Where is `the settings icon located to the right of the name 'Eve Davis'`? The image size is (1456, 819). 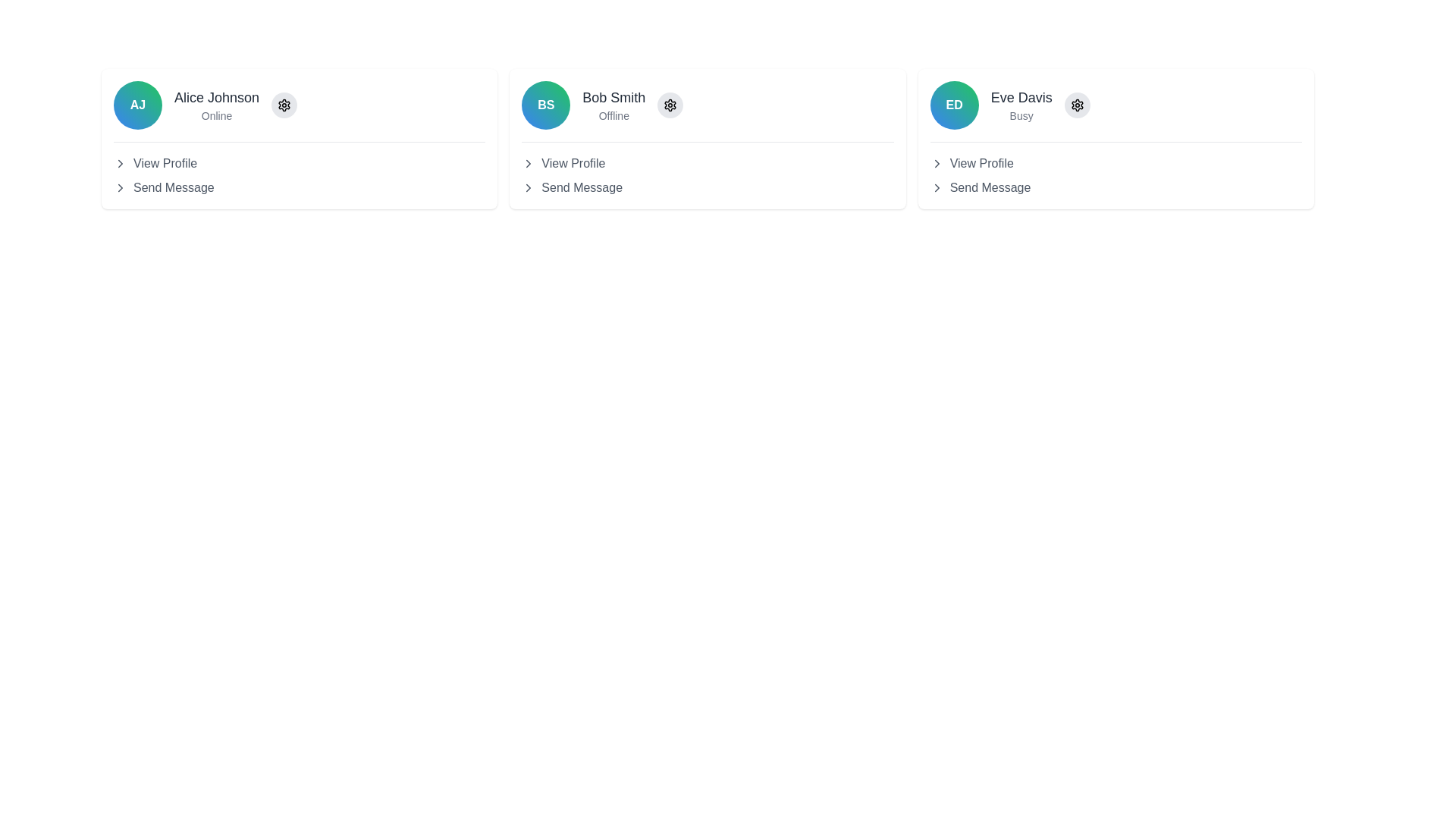
the settings icon located to the right of the name 'Eve Davis' is located at coordinates (1076, 104).